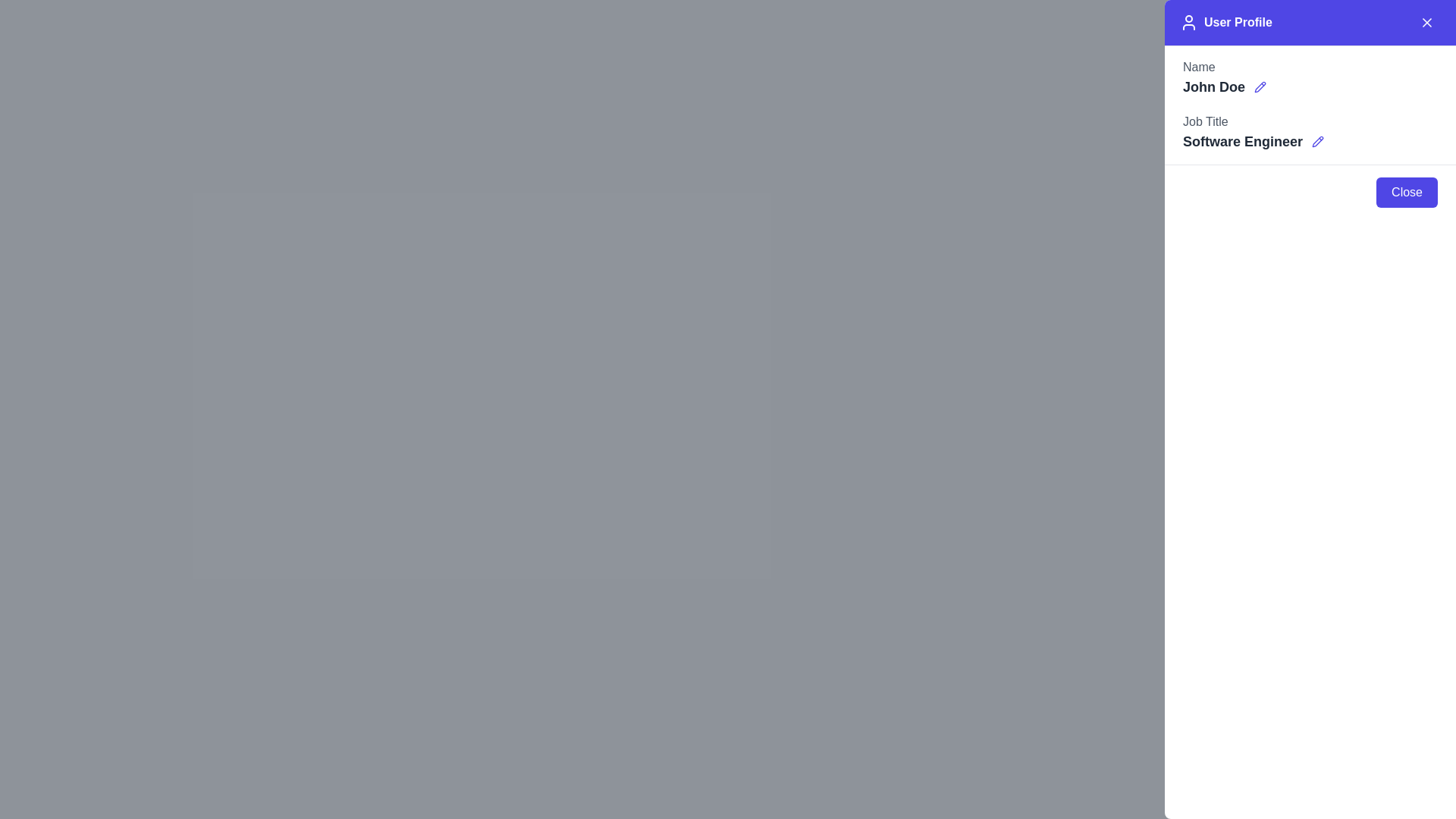  Describe the element at coordinates (1310, 131) in the screenshot. I see `the 'Software Engineer' text in the profile panel` at that location.